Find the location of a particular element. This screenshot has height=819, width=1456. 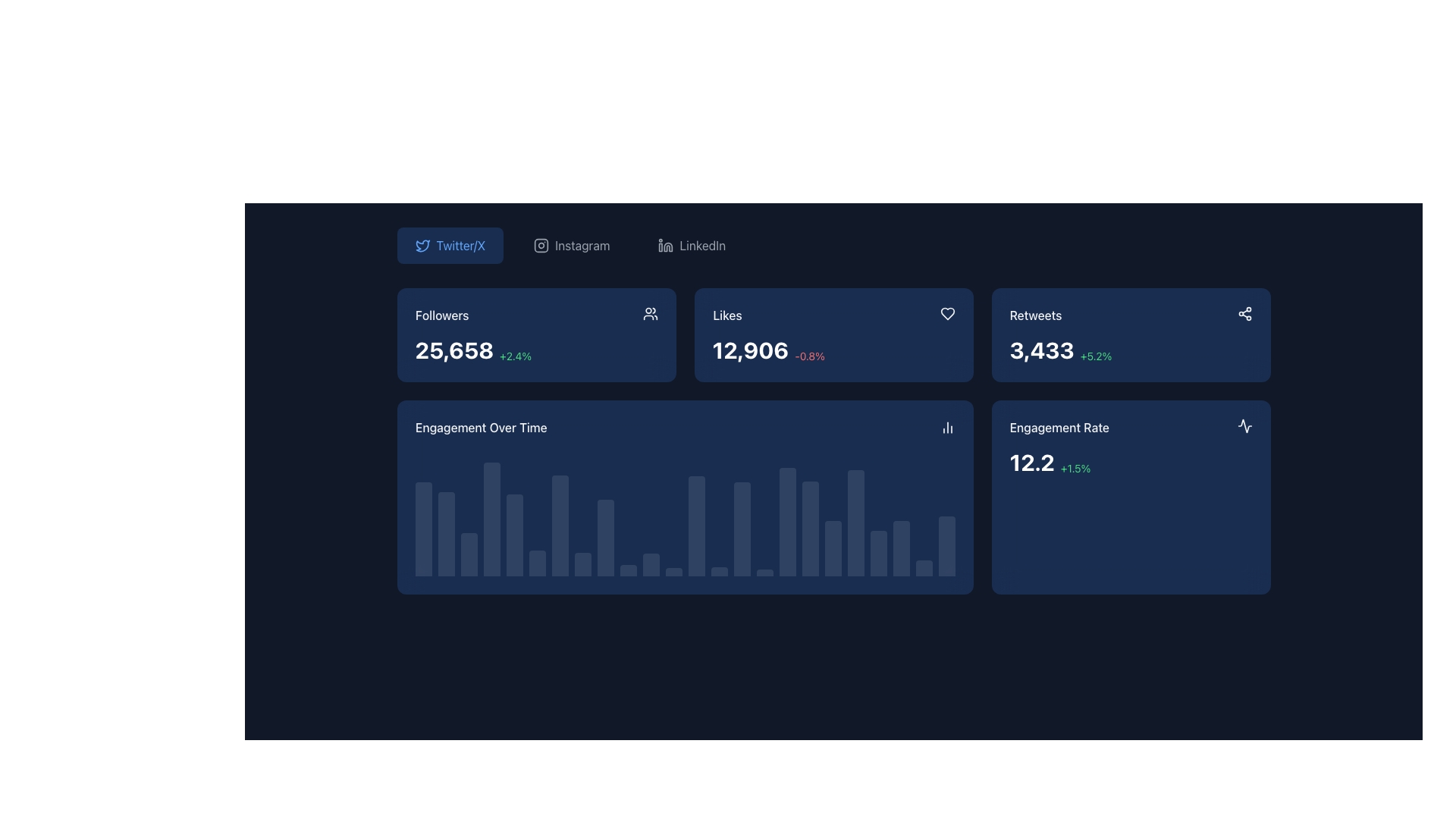

the 11th bar in the 'Engagement Over Time' bar chart is located at coordinates (651, 564).